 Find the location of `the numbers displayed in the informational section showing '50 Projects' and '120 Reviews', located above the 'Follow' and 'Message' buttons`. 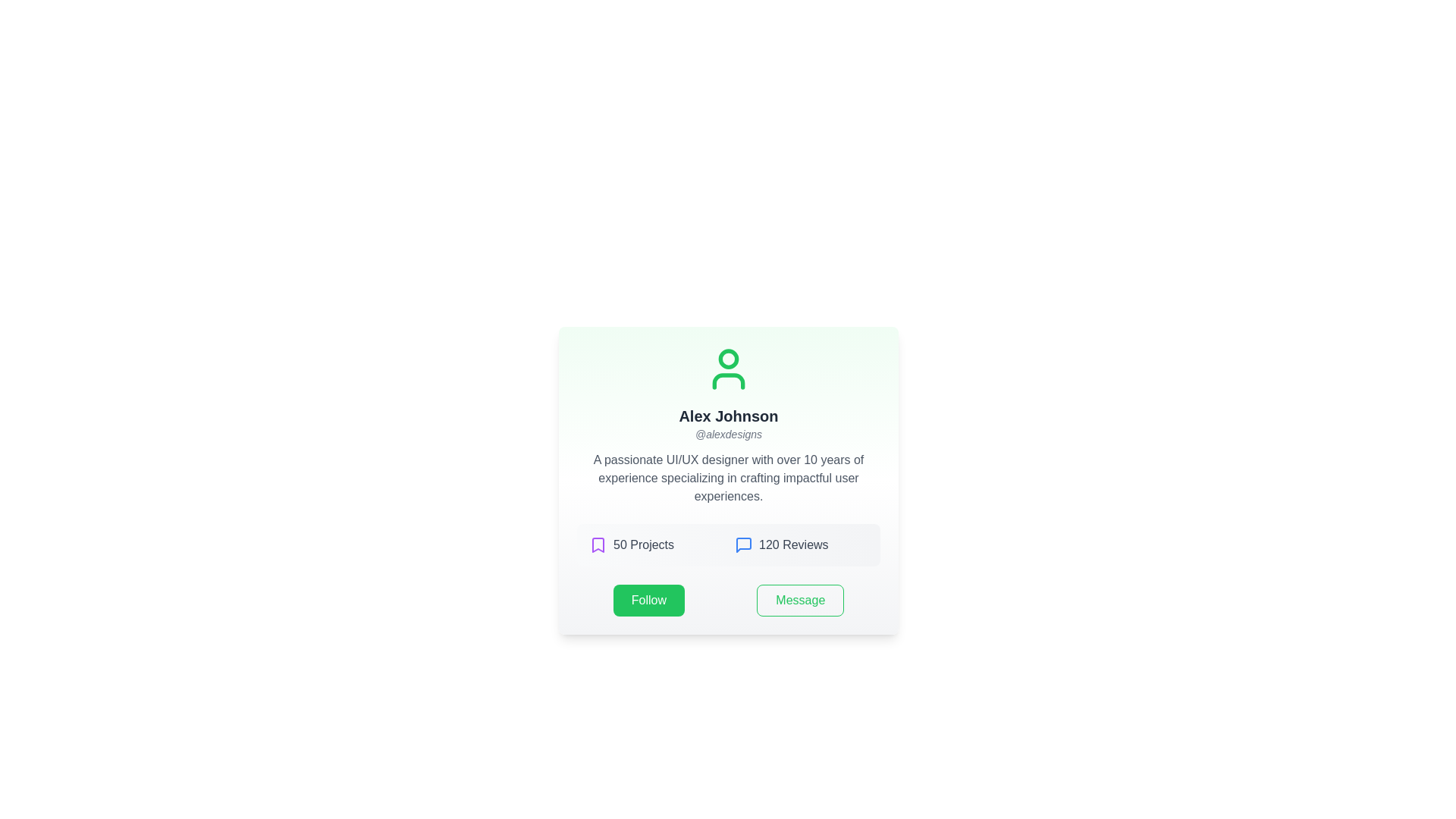

the numbers displayed in the informational section showing '50 Projects' and '120 Reviews', located above the 'Follow' and 'Message' buttons is located at coordinates (728, 544).